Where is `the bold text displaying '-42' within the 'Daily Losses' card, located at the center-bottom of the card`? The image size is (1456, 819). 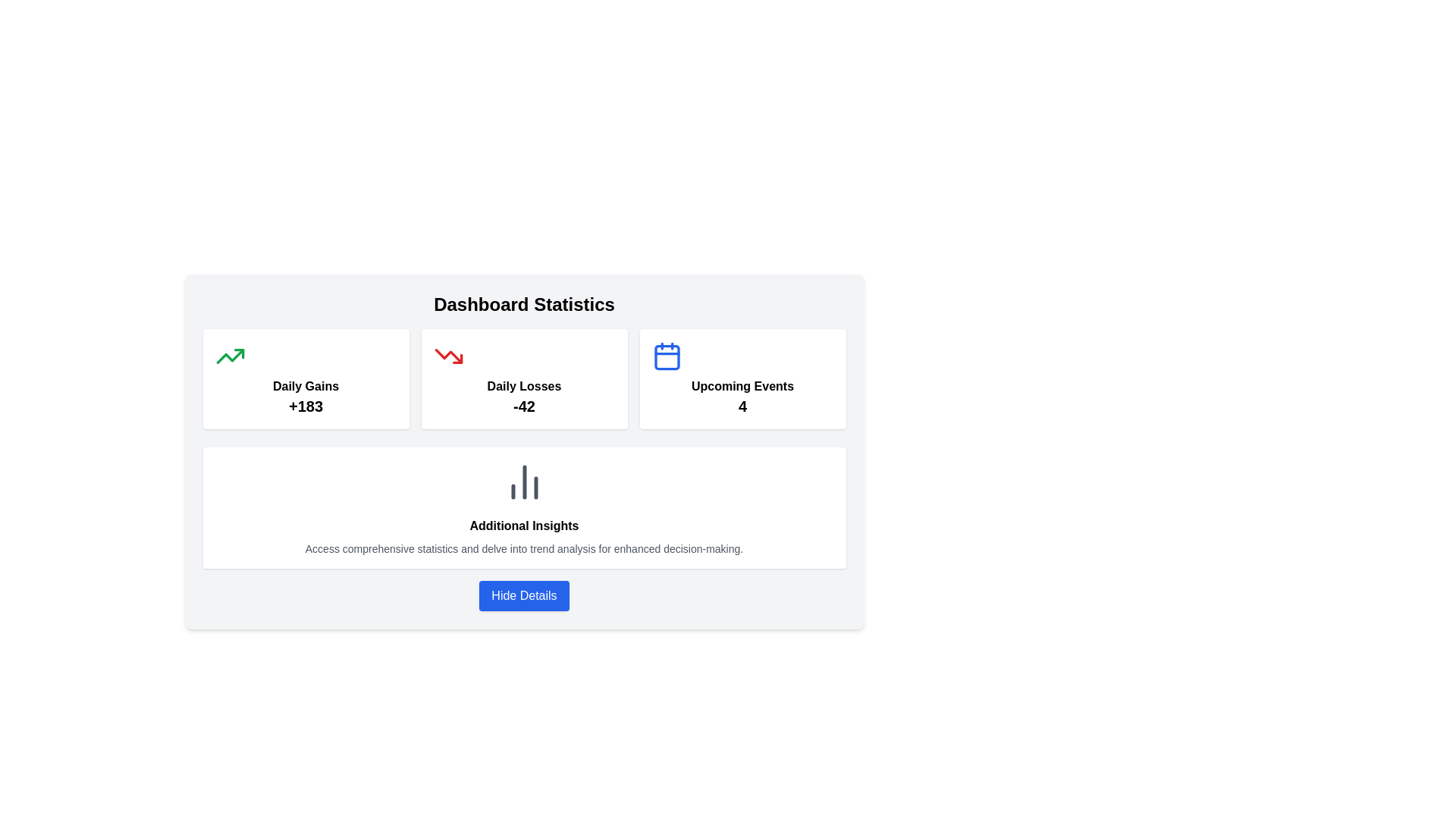 the bold text displaying '-42' within the 'Daily Losses' card, located at the center-bottom of the card is located at coordinates (524, 406).